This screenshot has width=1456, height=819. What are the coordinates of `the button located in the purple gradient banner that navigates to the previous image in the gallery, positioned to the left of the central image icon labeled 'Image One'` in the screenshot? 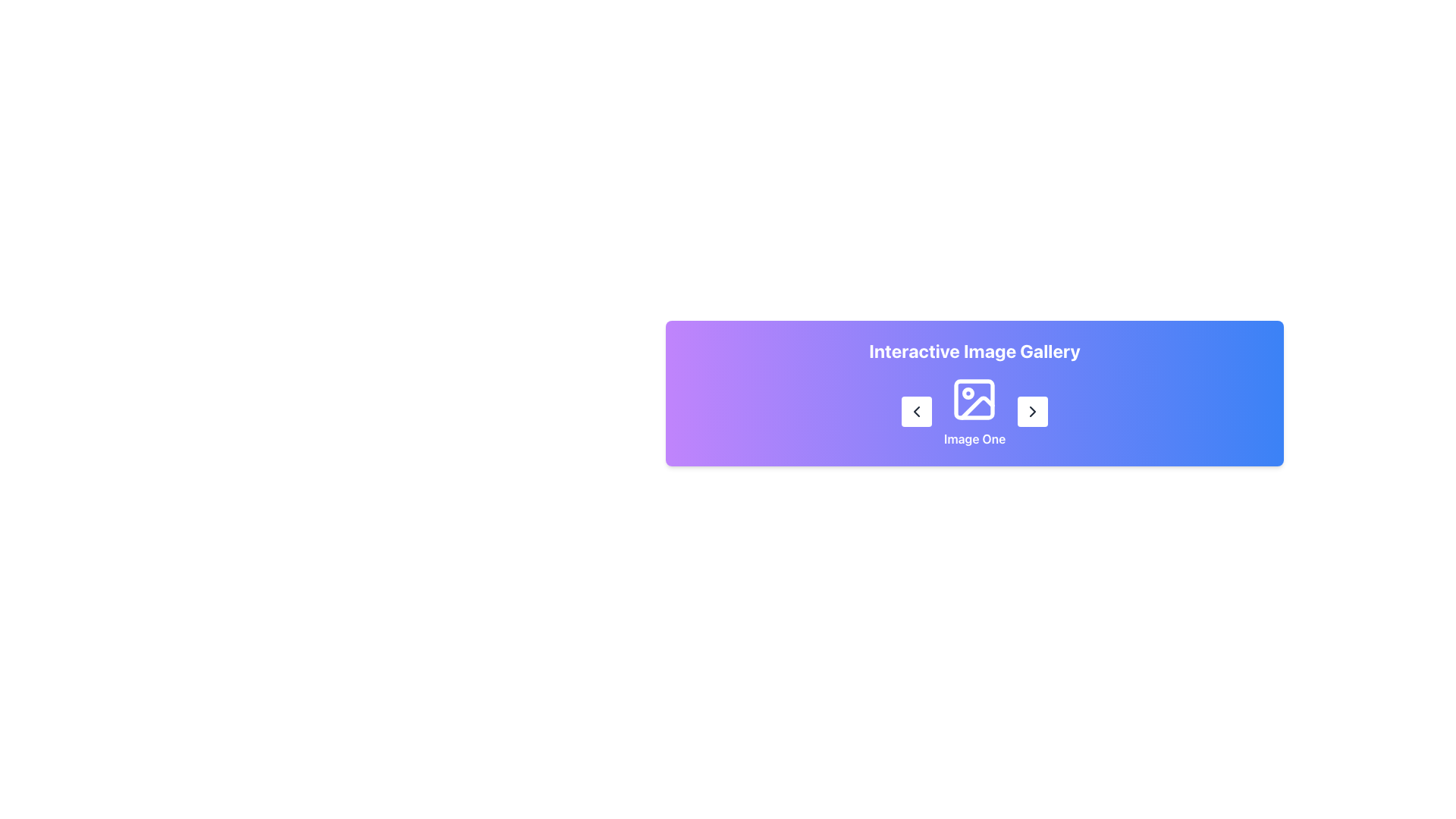 It's located at (915, 412).